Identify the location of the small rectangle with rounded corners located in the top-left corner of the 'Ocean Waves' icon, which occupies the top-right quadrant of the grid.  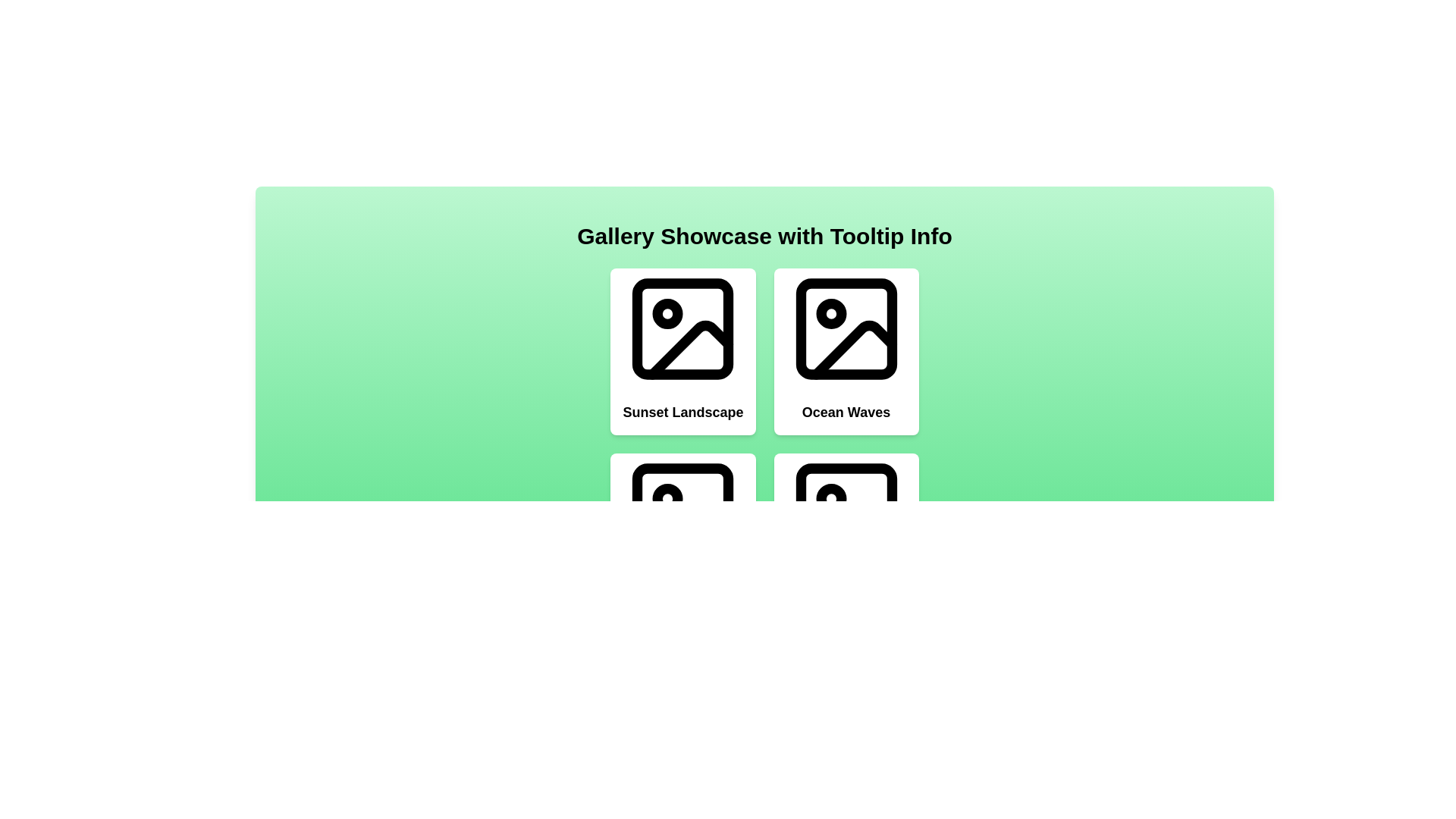
(846, 328).